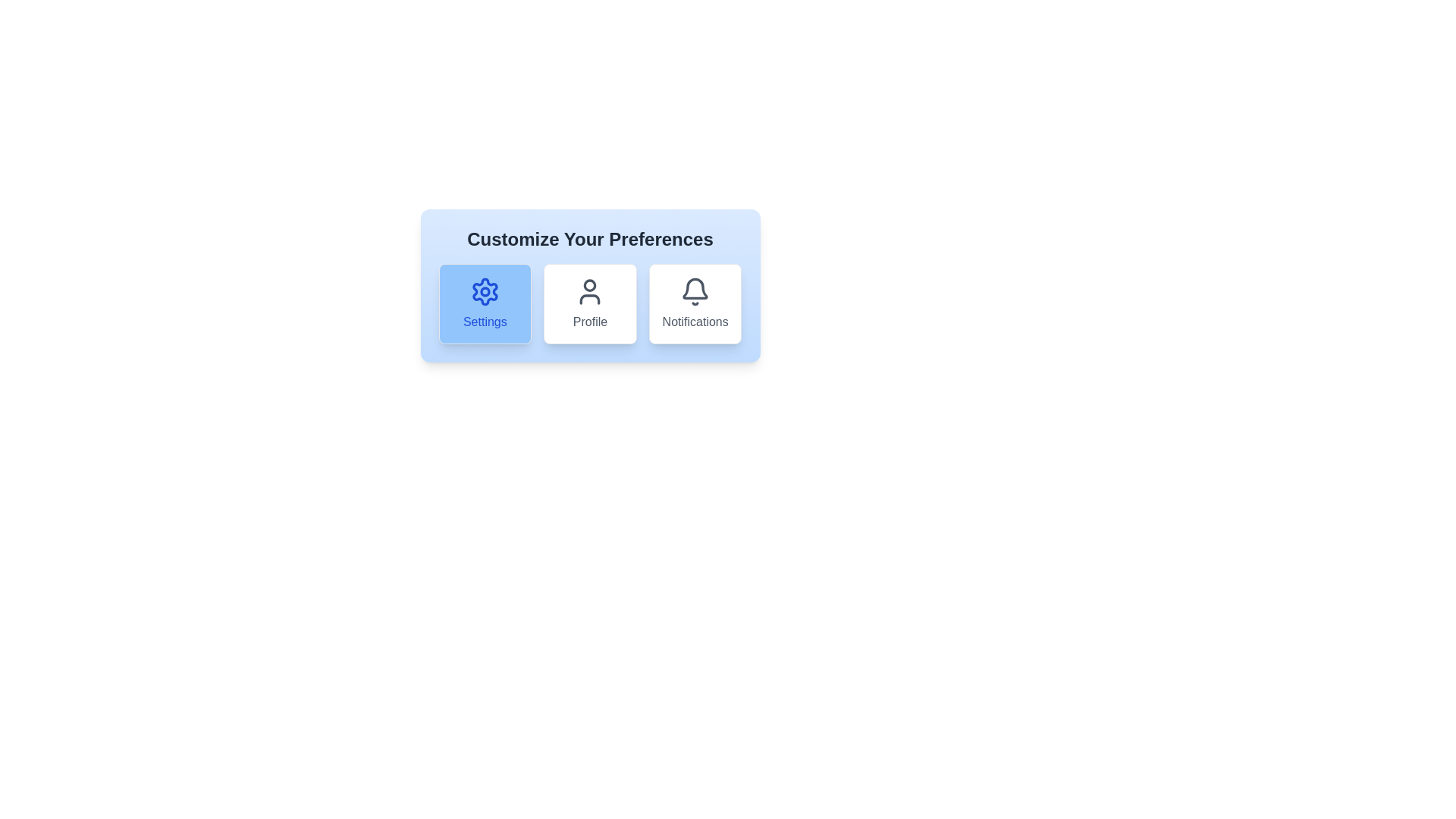 This screenshot has height=819, width=1456. Describe the element at coordinates (589, 304) in the screenshot. I see `keyboard navigation` at that location.